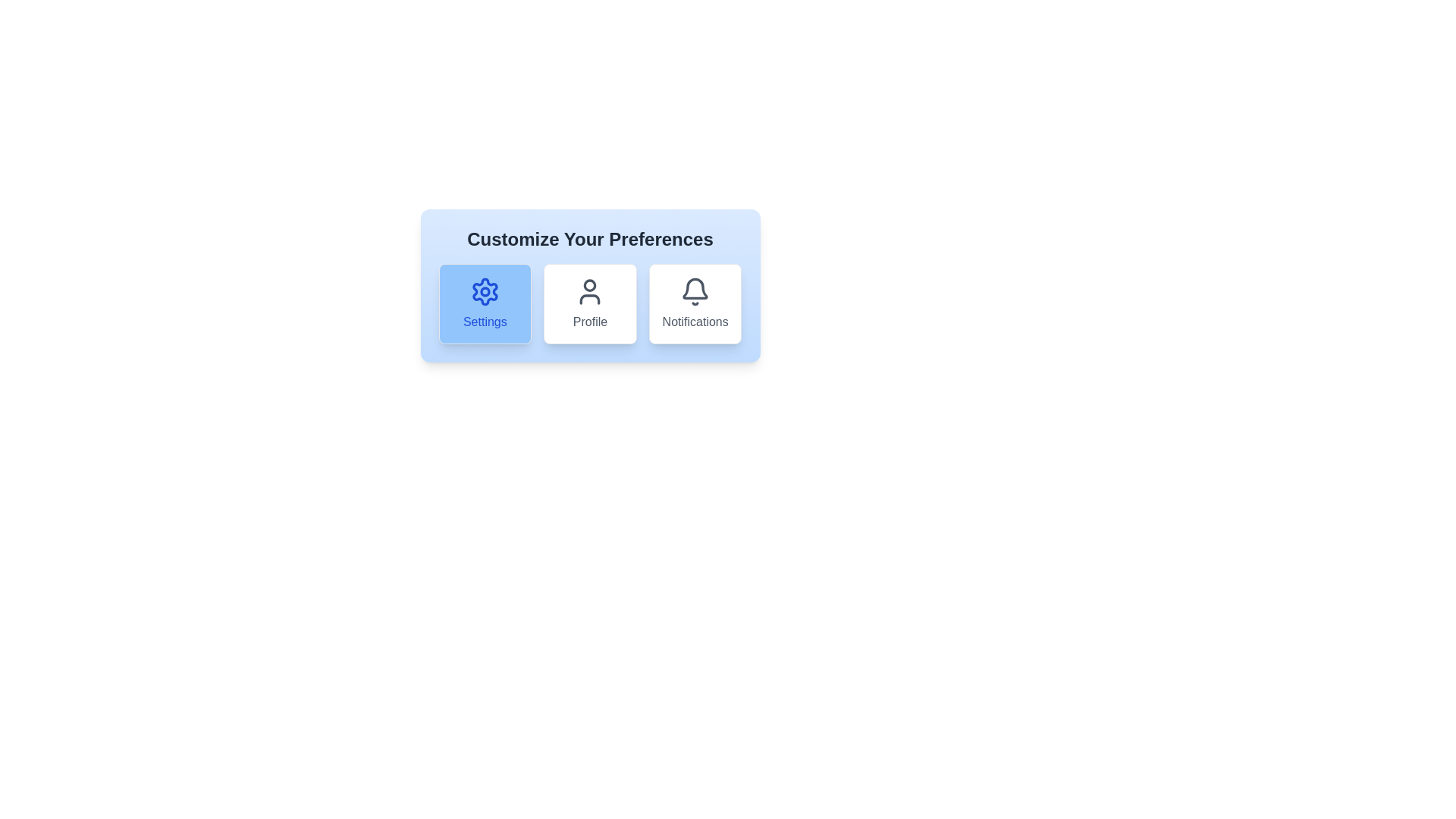 This screenshot has height=819, width=1456. Describe the element at coordinates (589, 304) in the screenshot. I see `keyboard navigation` at that location.